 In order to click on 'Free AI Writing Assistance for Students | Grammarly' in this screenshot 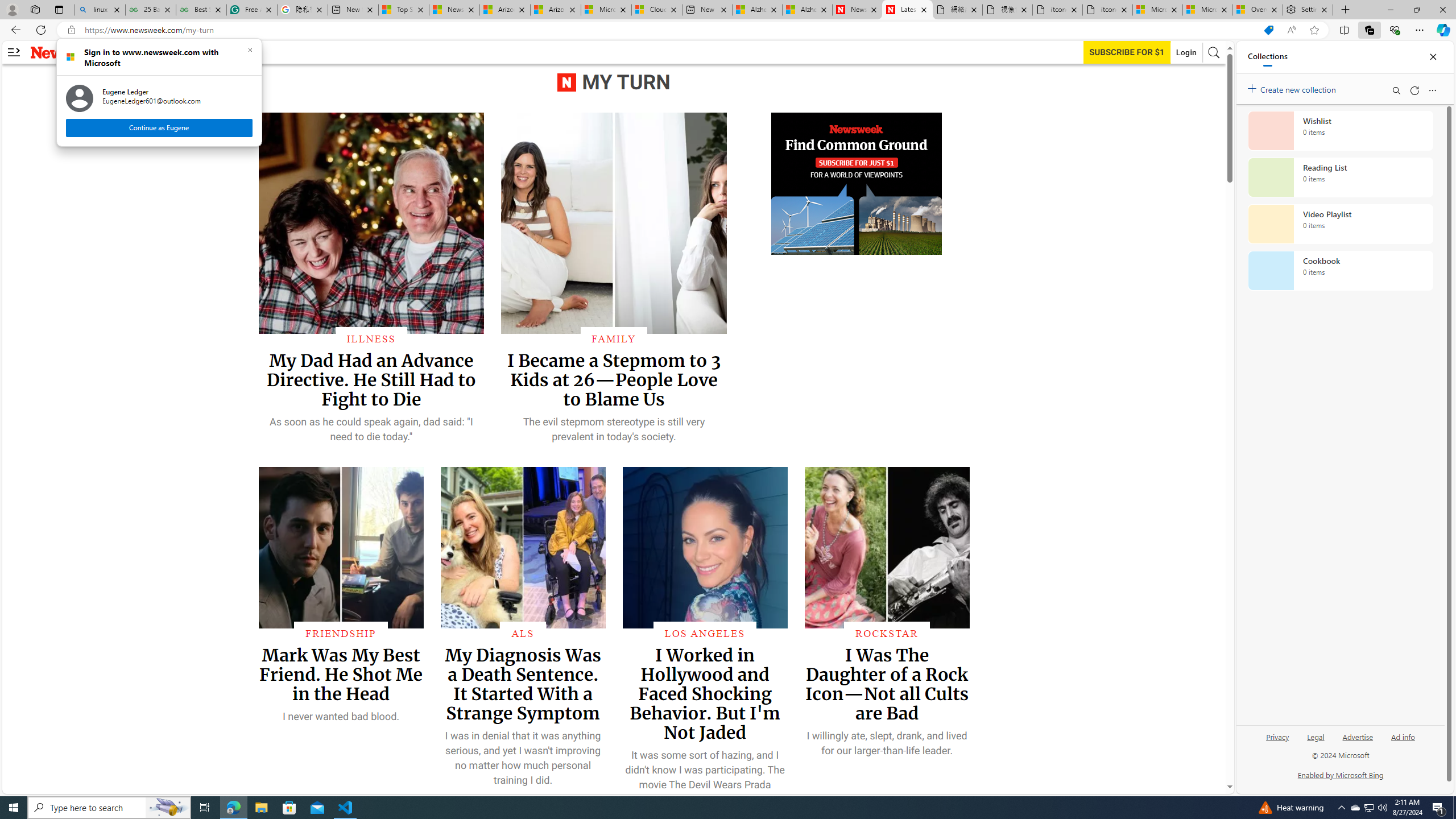, I will do `click(251, 9)`.